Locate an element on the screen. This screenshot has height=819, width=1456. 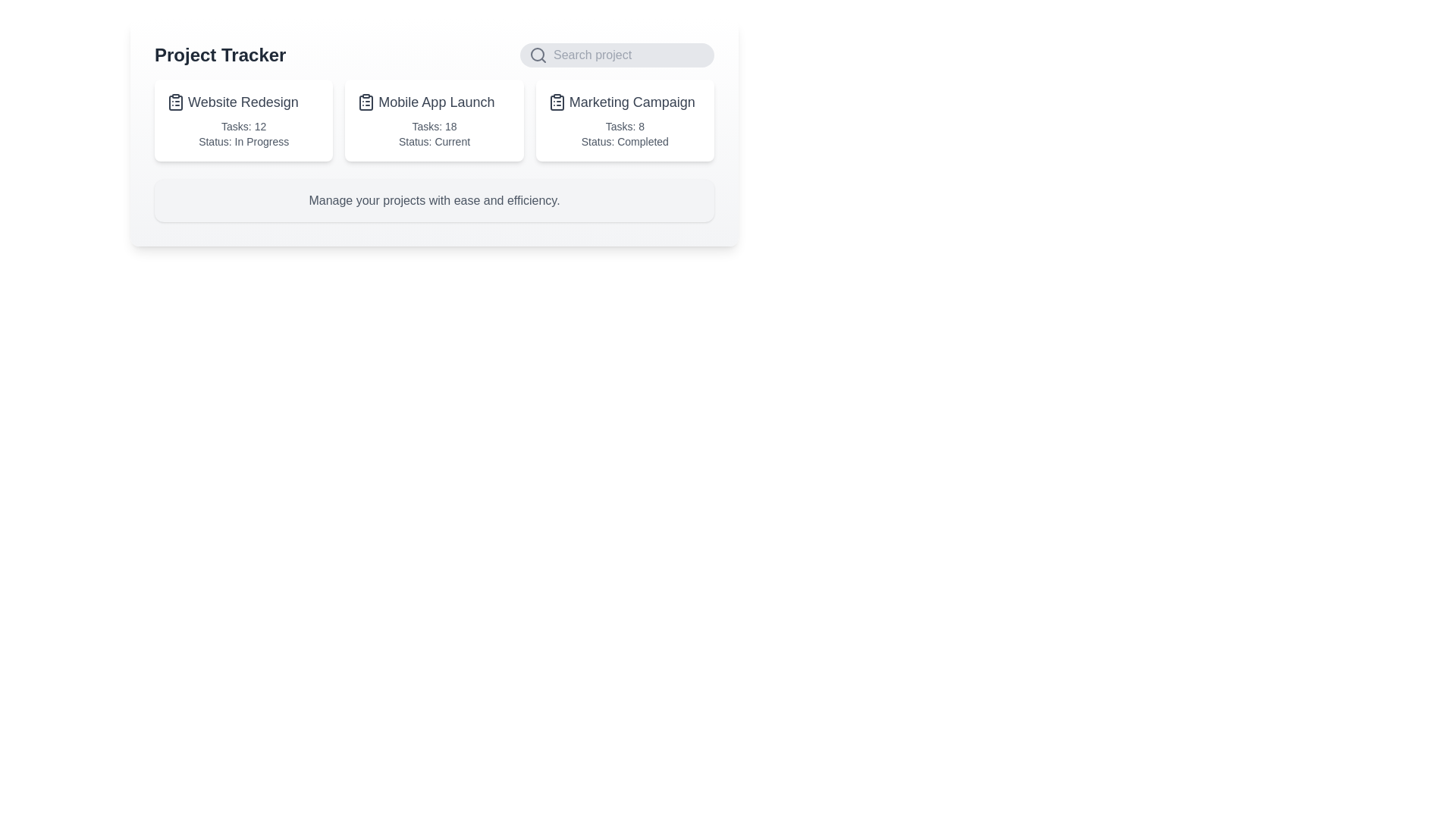
the text label displaying the status of an item, which reads 'Status: In Progress', located below the 'Tasks: 12' text within the 'Website Redesign' card is located at coordinates (243, 141).